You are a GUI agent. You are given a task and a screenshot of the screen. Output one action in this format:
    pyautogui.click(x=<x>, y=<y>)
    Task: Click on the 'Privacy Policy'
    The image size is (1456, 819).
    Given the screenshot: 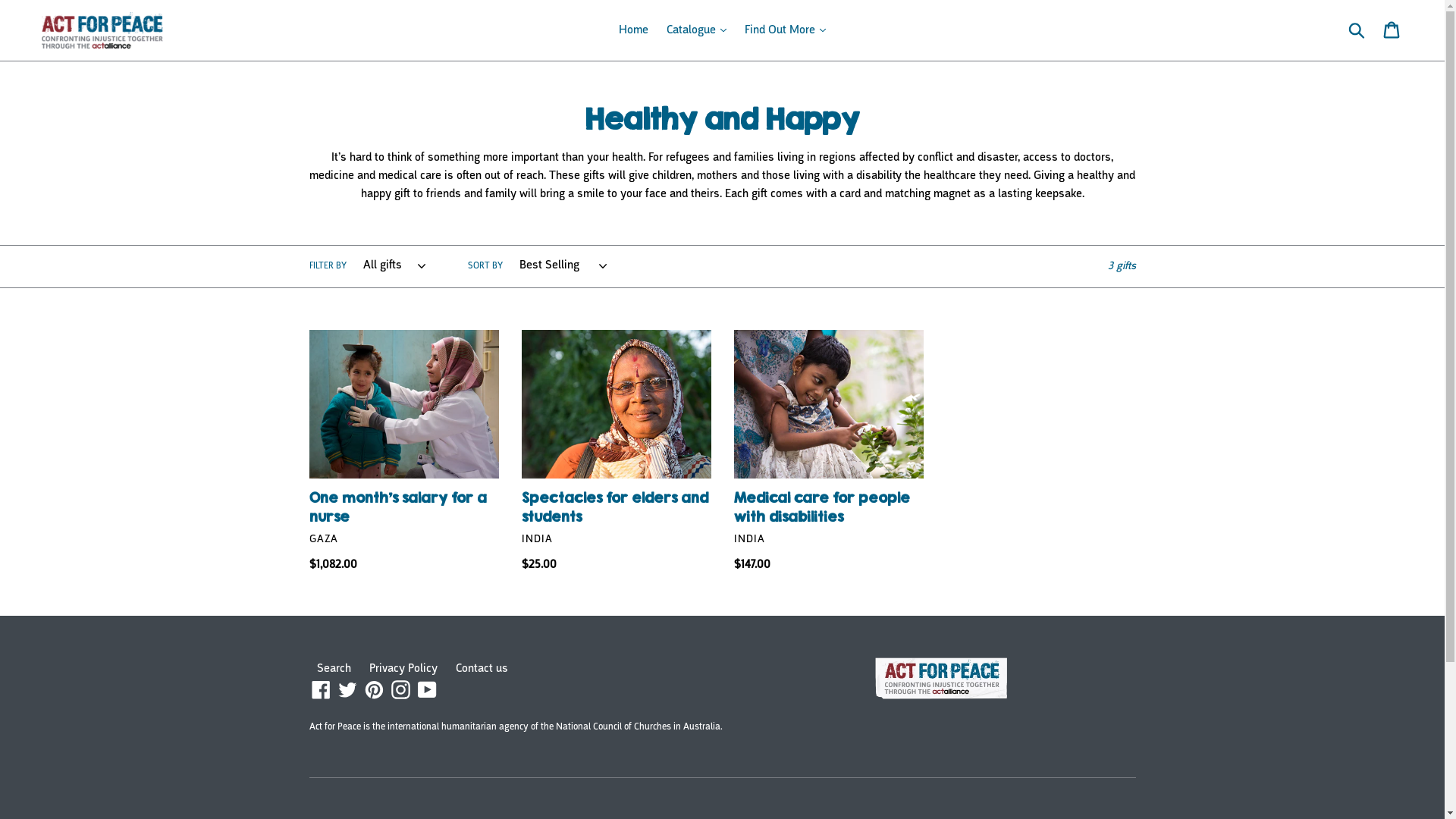 What is the action you would take?
    pyautogui.click(x=368, y=668)
    